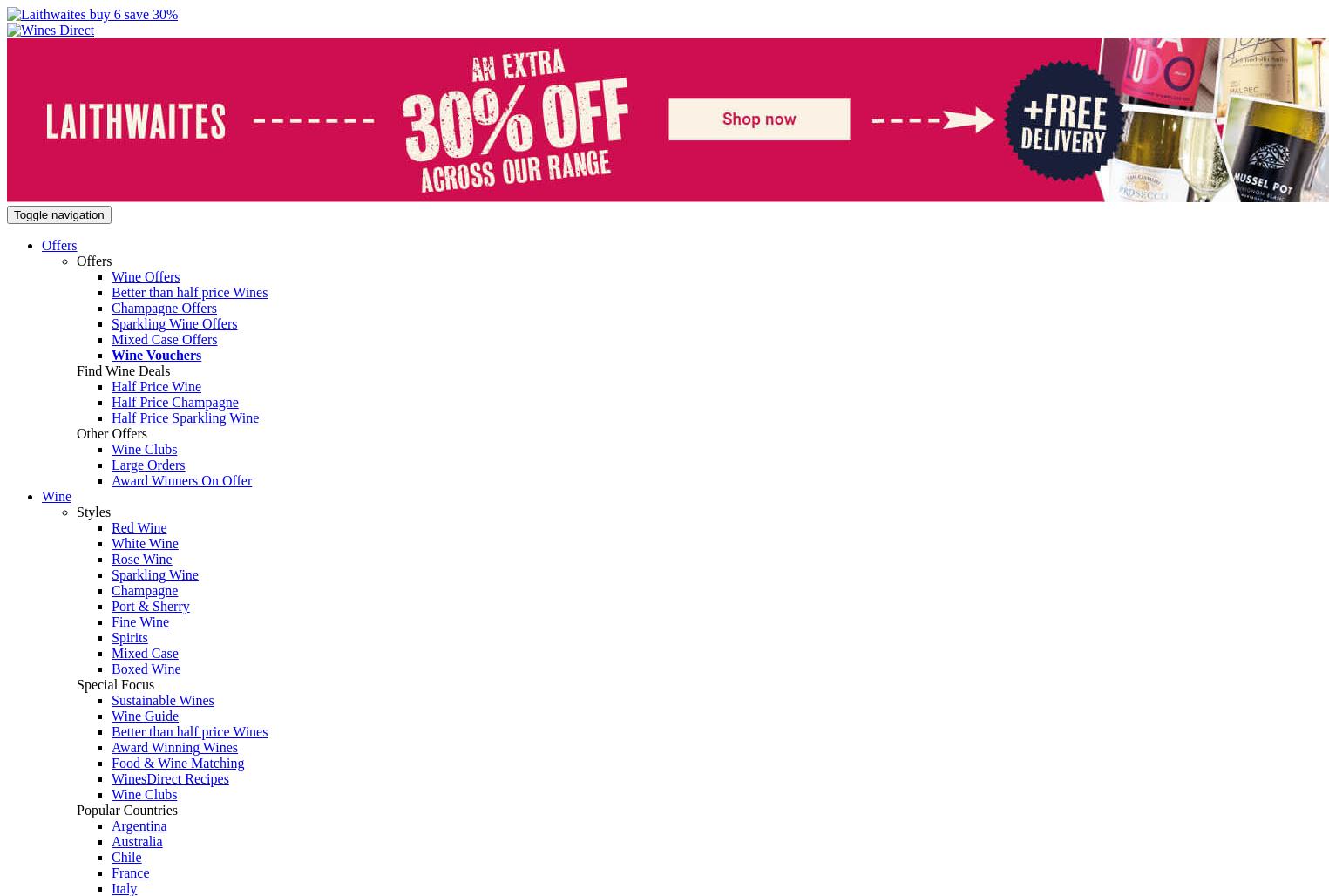 The image size is (1329, 896). What do you see at coordinates (164, 339) in the screenshot?
I see `'Mixed Case Offers'` at bounding box center [164, 339].